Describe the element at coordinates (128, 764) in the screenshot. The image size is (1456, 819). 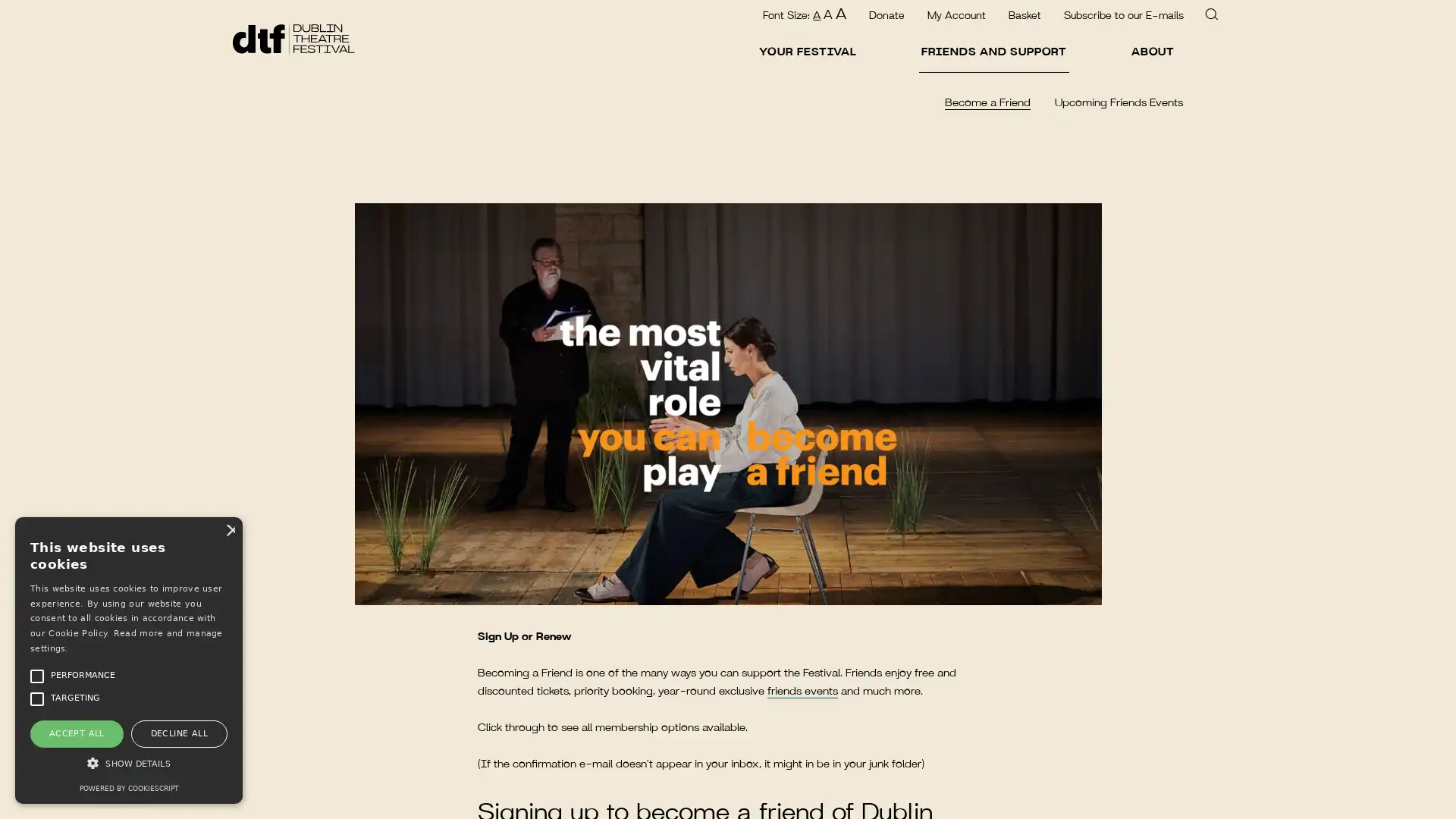
I see `SHOW DETAILS` at that location.